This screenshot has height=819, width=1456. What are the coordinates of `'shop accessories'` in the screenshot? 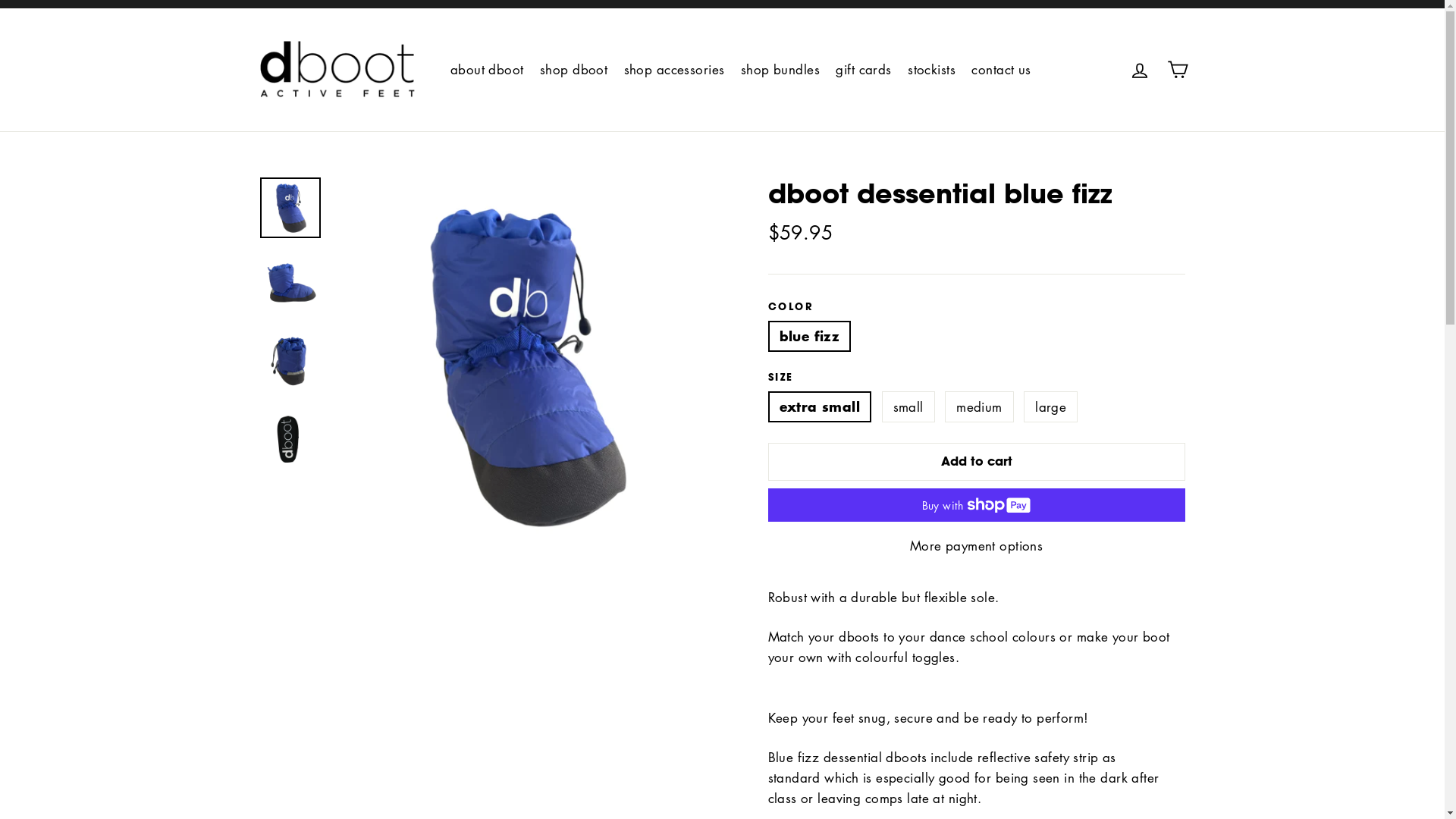 It's located at (673, 70).